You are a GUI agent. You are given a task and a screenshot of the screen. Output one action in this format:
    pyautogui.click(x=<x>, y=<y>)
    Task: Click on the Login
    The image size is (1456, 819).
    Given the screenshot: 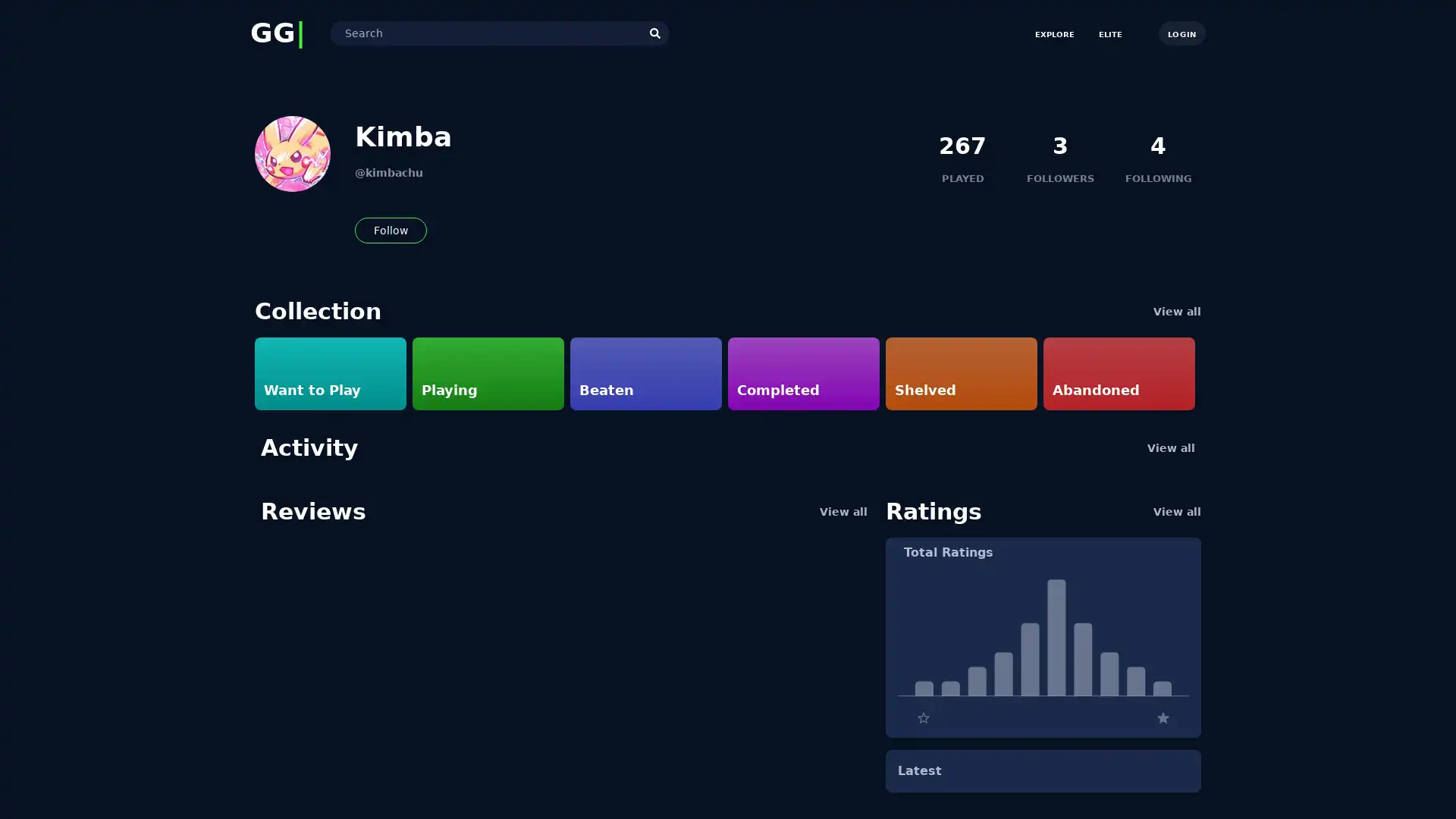 What is the action you would take?
    pyautogui.click(x=1181, y=33)
    